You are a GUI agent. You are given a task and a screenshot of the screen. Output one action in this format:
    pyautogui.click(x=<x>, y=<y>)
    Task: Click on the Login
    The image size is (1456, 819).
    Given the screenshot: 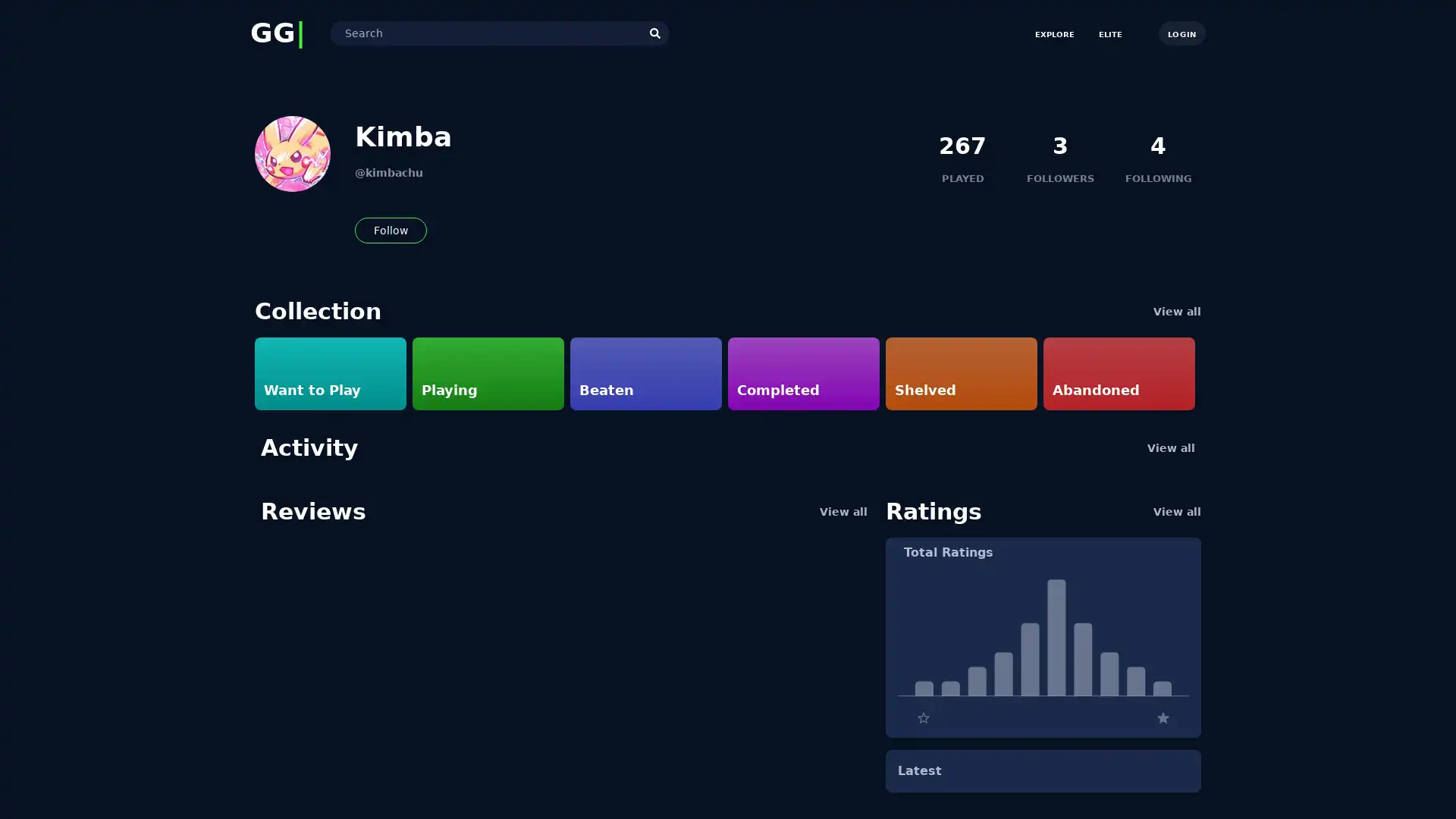 What is the action you would take?
    pyautogui.click(x=1181, y=33)
    